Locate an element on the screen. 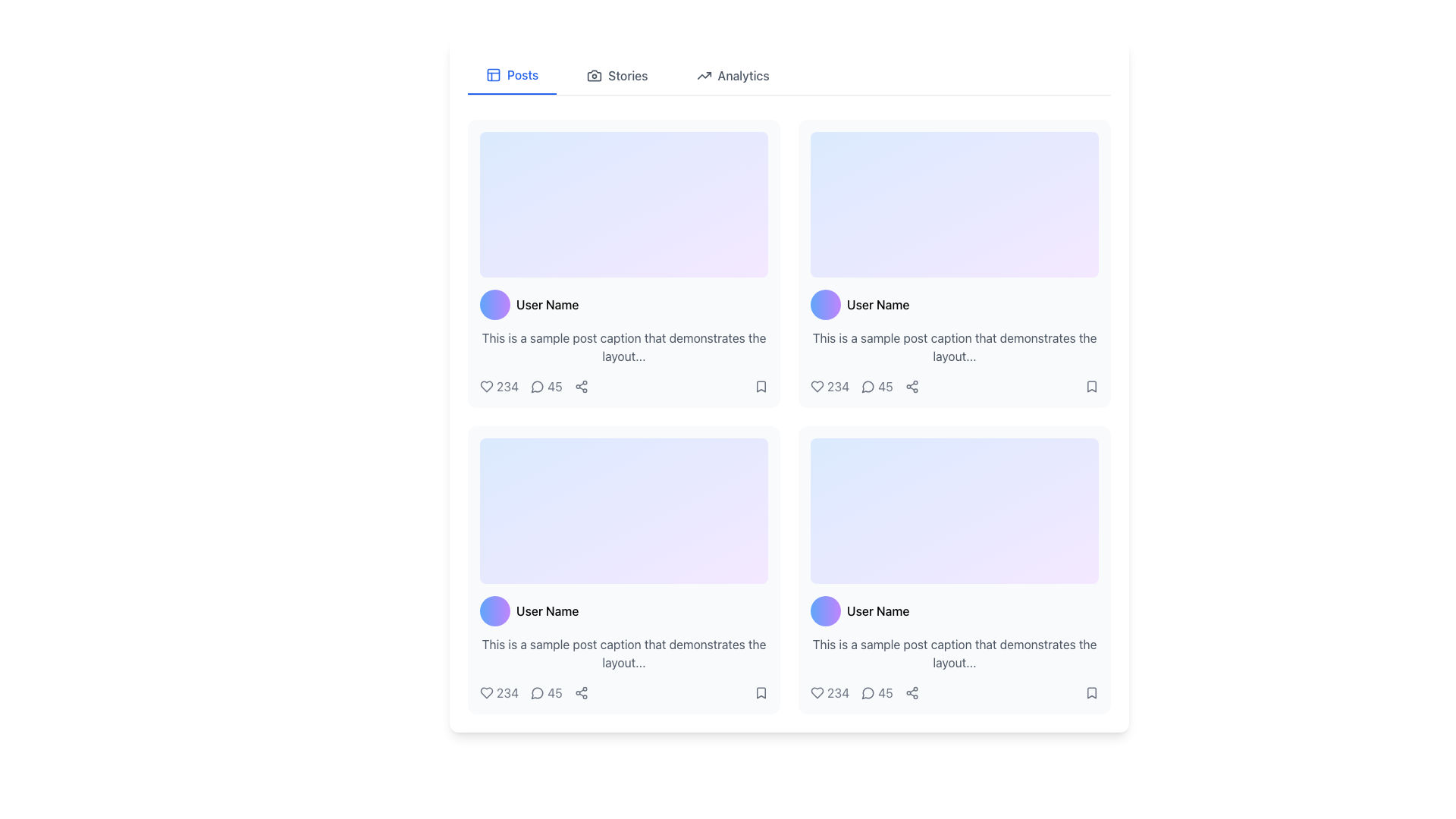 The image size is (1456, 819). the trending-up arrow icon located to the left of the 'Analytics' text in the navigation bar is located at coordinates (703, 76).